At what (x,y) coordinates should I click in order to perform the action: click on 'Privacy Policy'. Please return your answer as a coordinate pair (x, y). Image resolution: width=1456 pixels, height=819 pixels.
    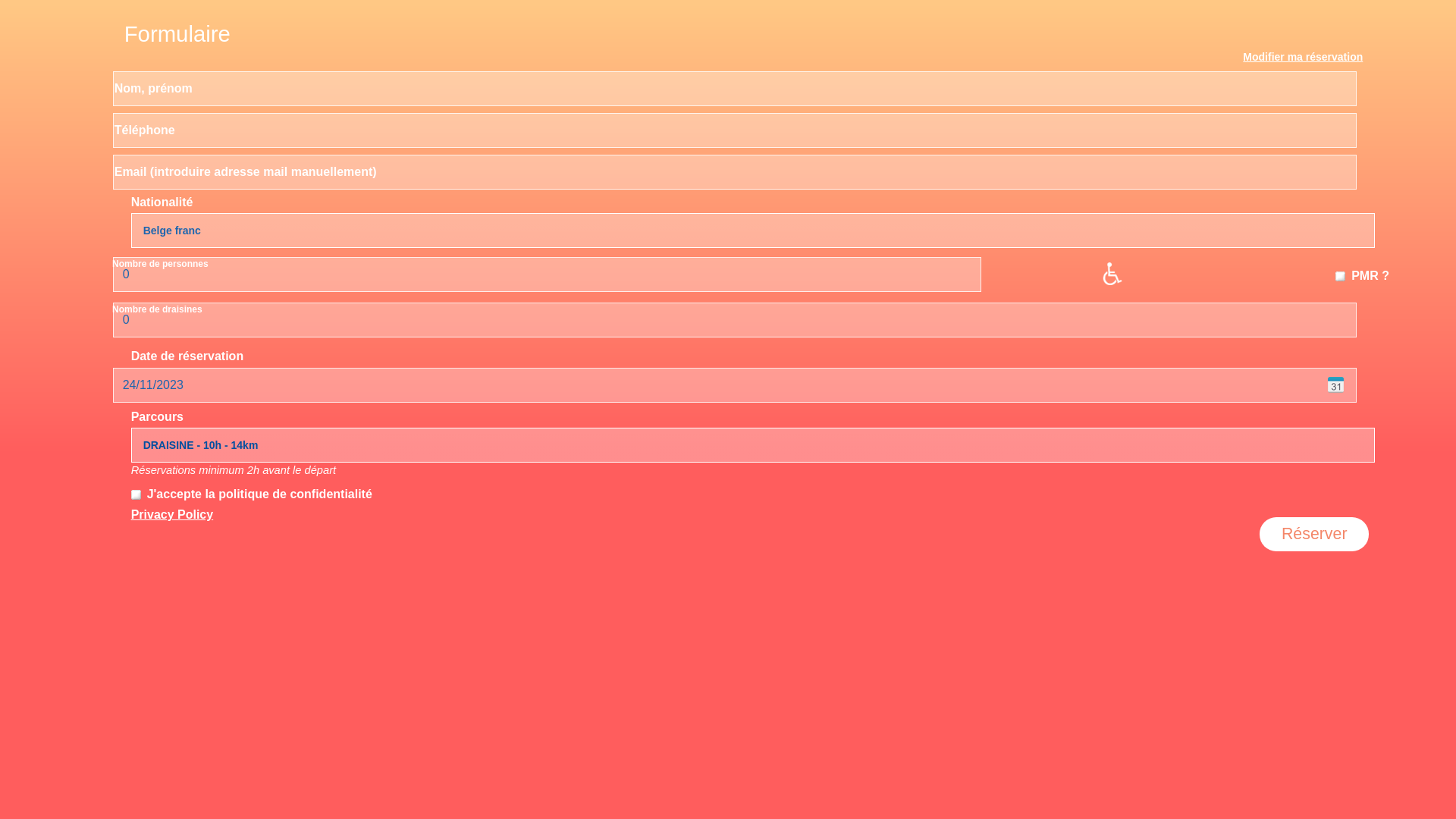
    Looking at the image, I should click on (172, 513).